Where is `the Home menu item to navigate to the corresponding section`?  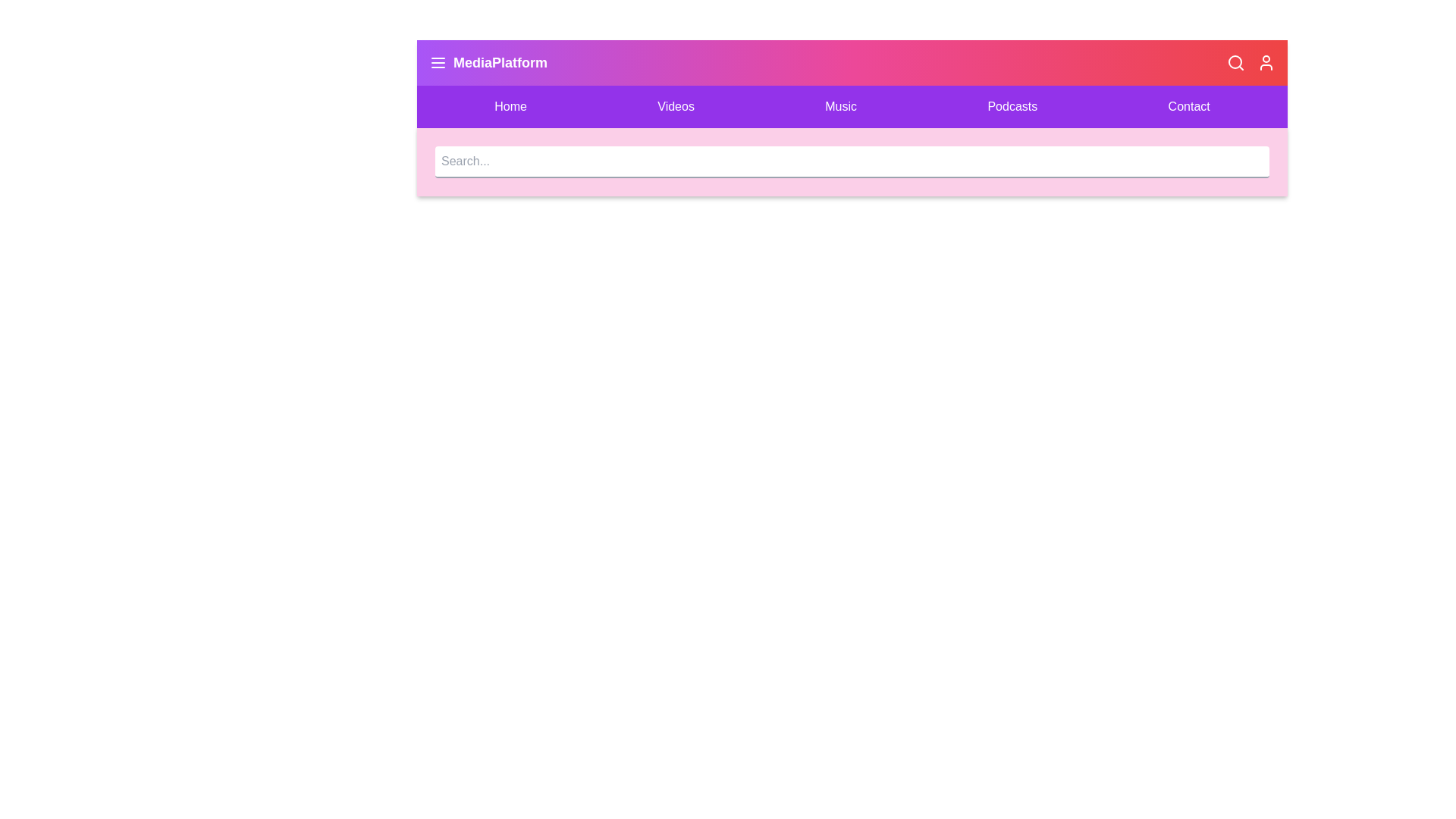 the Home menu item to navigate to the corresponding section is located at coordinates (510, 106).